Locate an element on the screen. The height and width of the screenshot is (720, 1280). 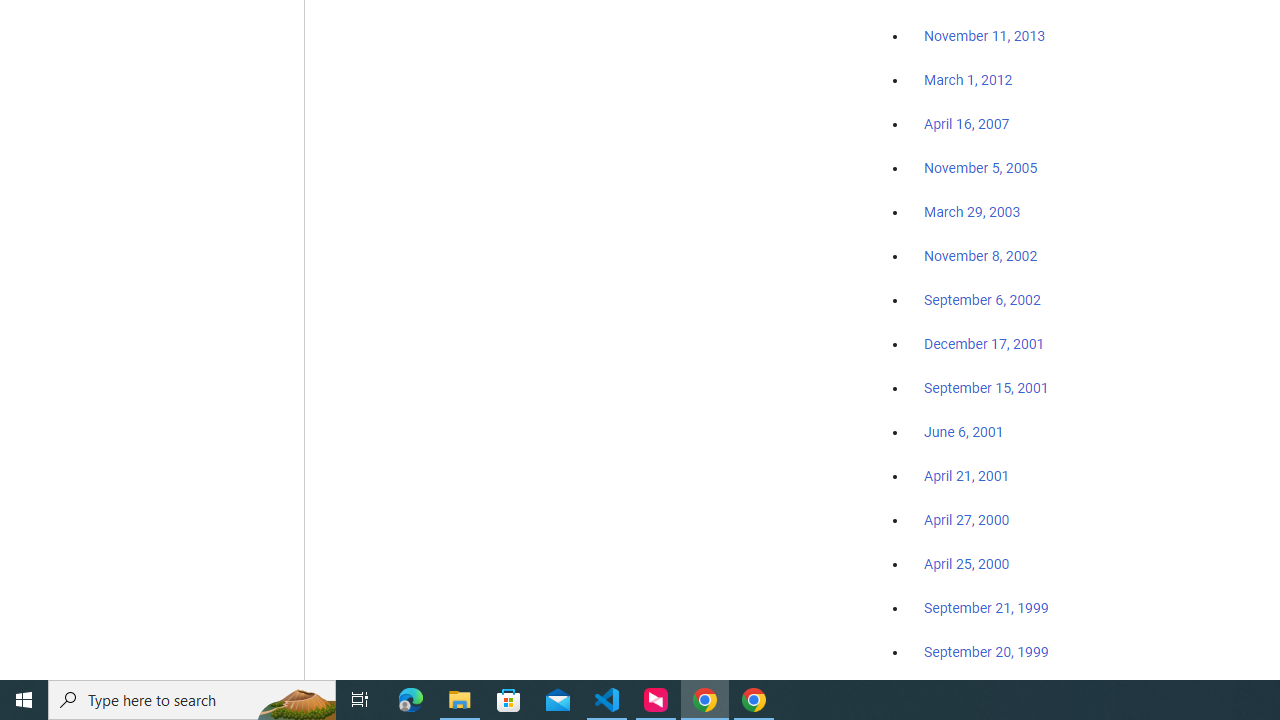
'September 6, 2002' is located at coordinates (982, 299).